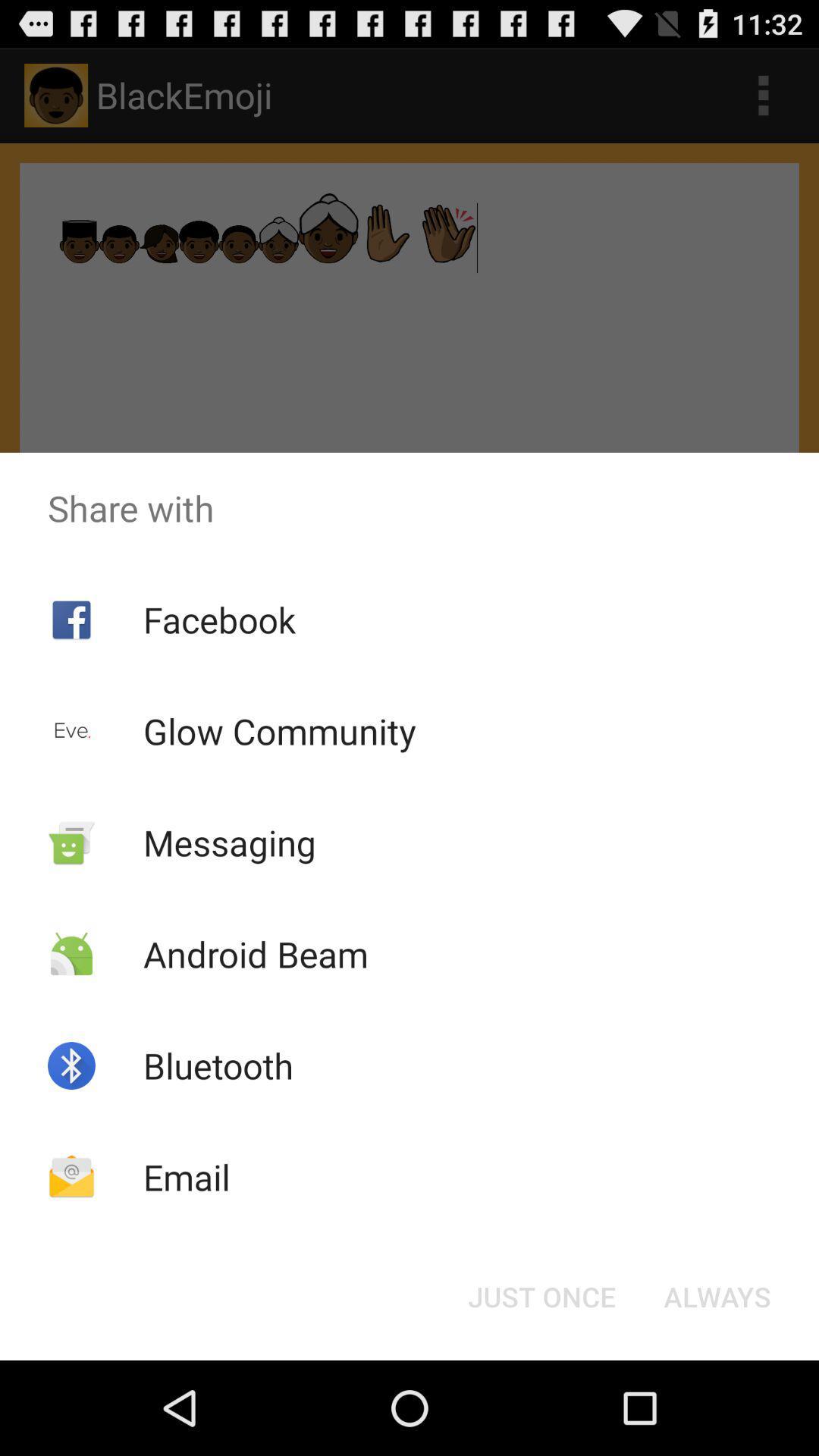 The image size is (819, 1456). I want to click on email, so click(186, 1176).